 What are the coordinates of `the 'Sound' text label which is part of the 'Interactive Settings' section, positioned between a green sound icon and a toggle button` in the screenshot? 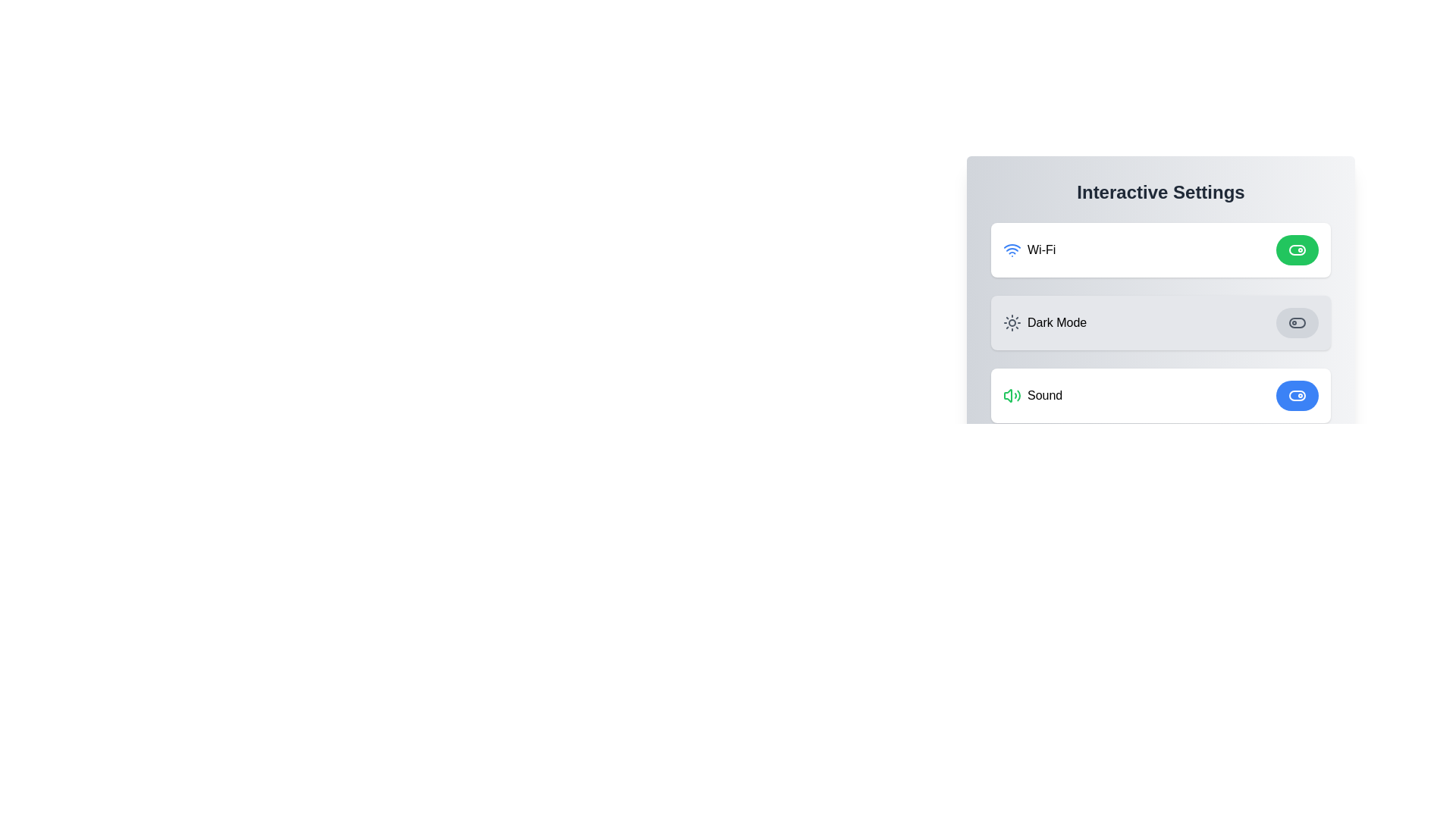 It's located at (1044, 394).